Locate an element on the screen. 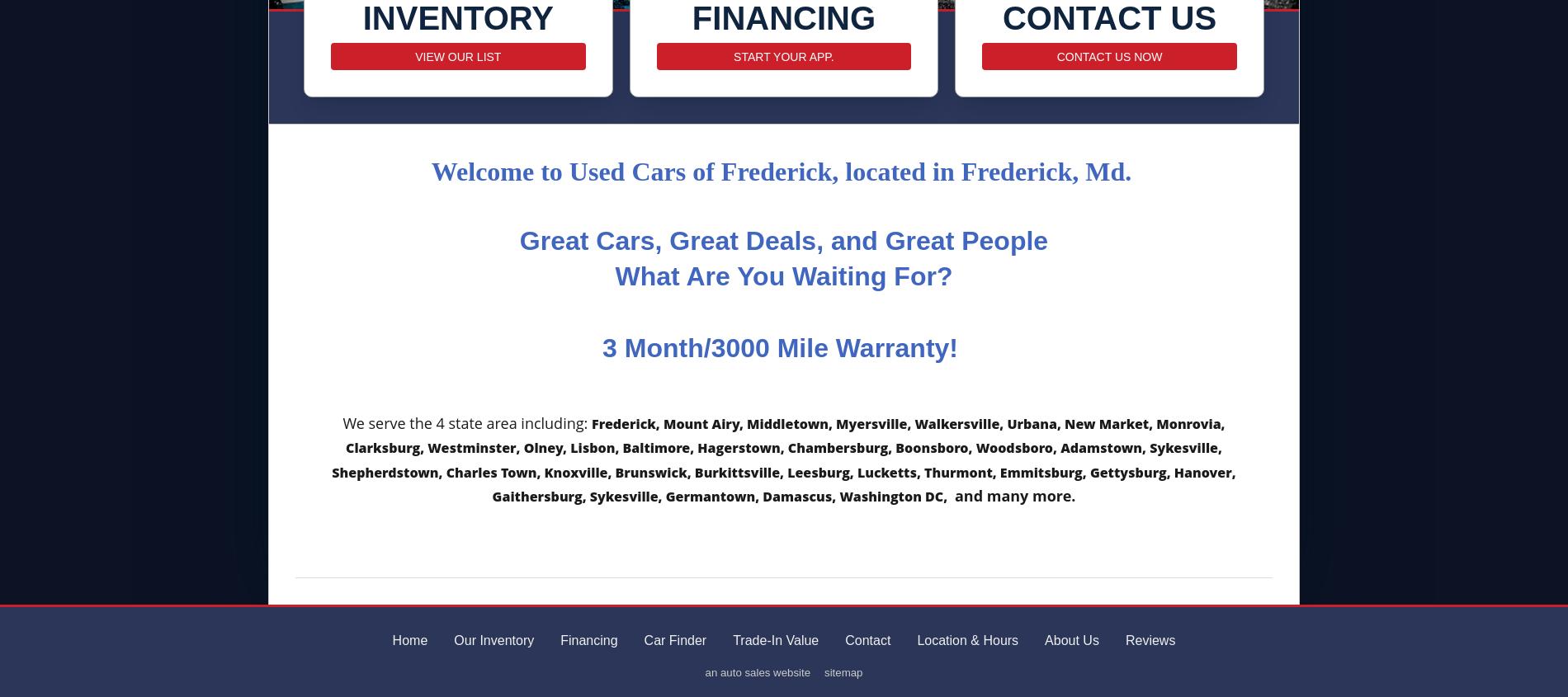 Image resolution: width=1568 pixels, height=697 pixels. 'an auto sales website' is located at coordinates (704, 672).